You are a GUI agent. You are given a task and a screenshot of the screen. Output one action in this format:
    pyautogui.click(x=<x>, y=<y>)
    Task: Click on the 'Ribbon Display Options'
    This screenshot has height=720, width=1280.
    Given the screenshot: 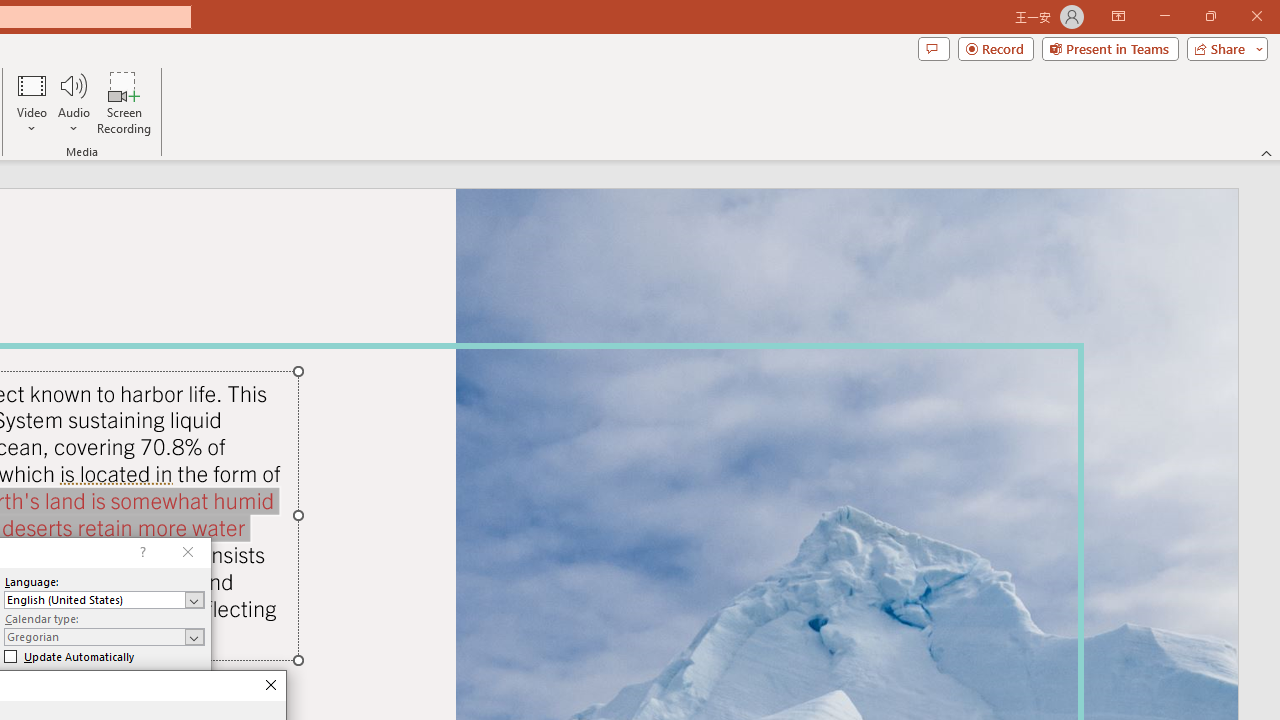 What is the action you would take?
    pyautogui.click(x=1117, y=16)
    